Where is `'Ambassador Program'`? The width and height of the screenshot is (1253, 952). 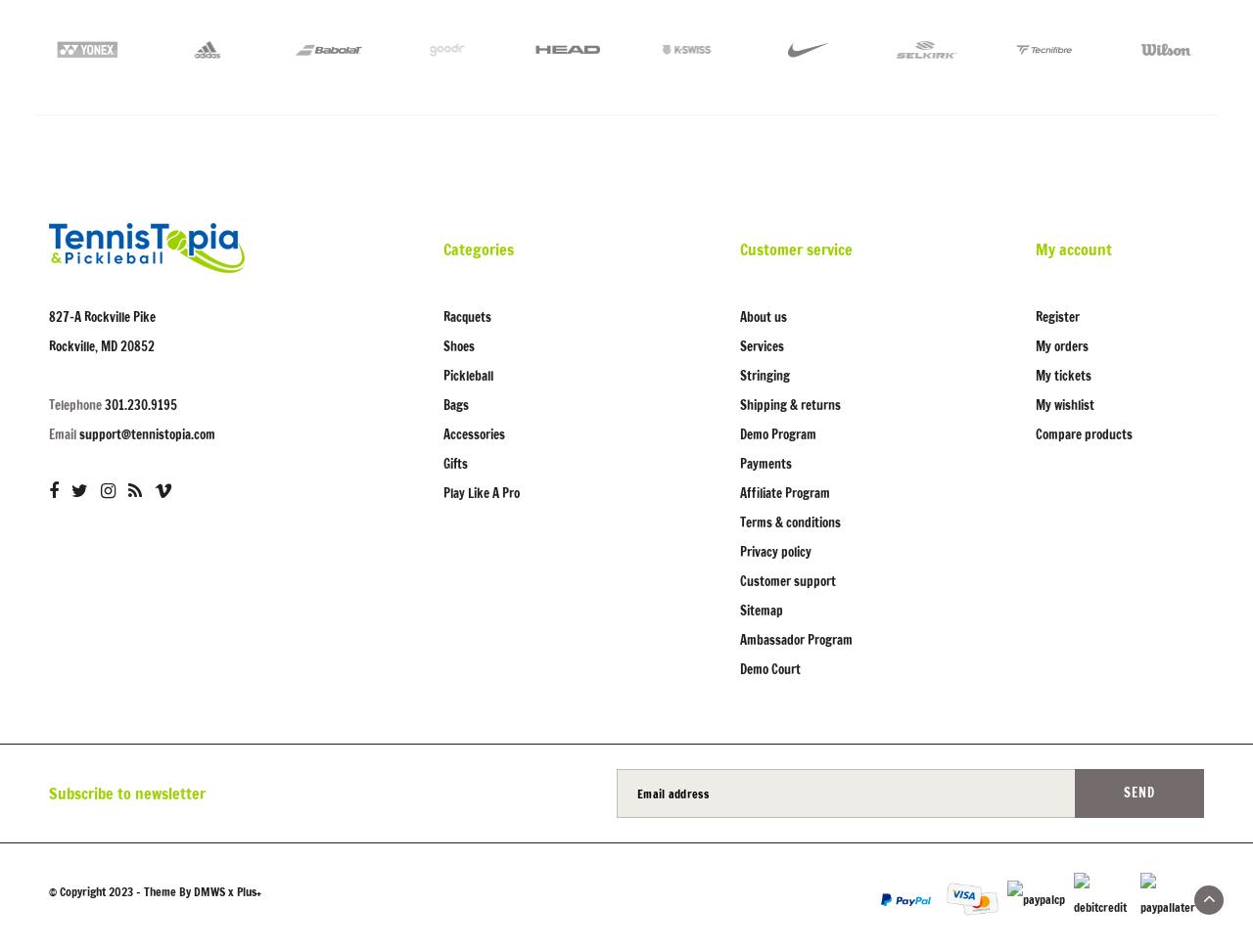
'Ambassador Program' is located at coordinates (795, 638).